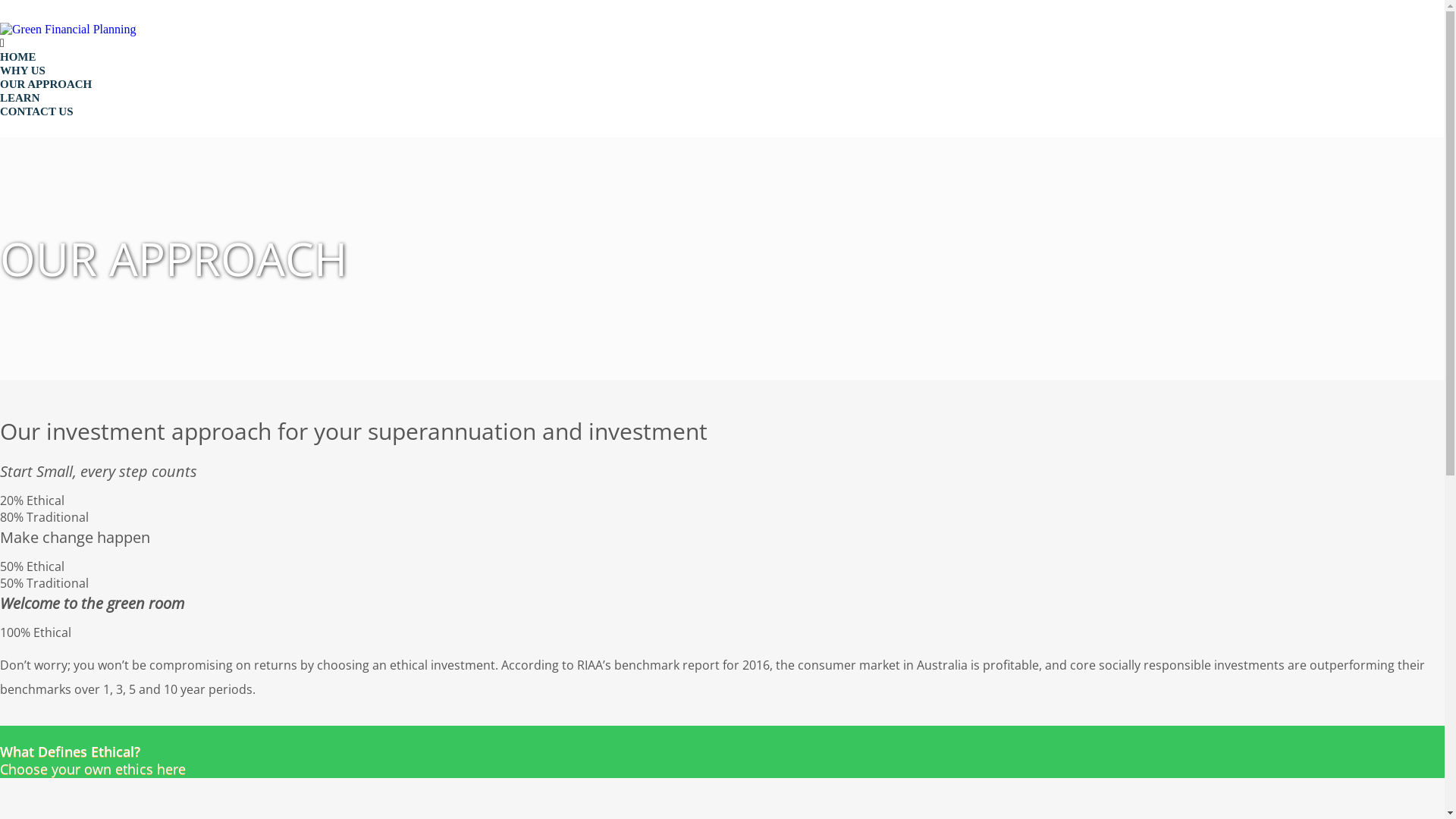 This screenshot has width=1456, height=819. I want to click on 'OUR APPROACH', so click(45, 84).